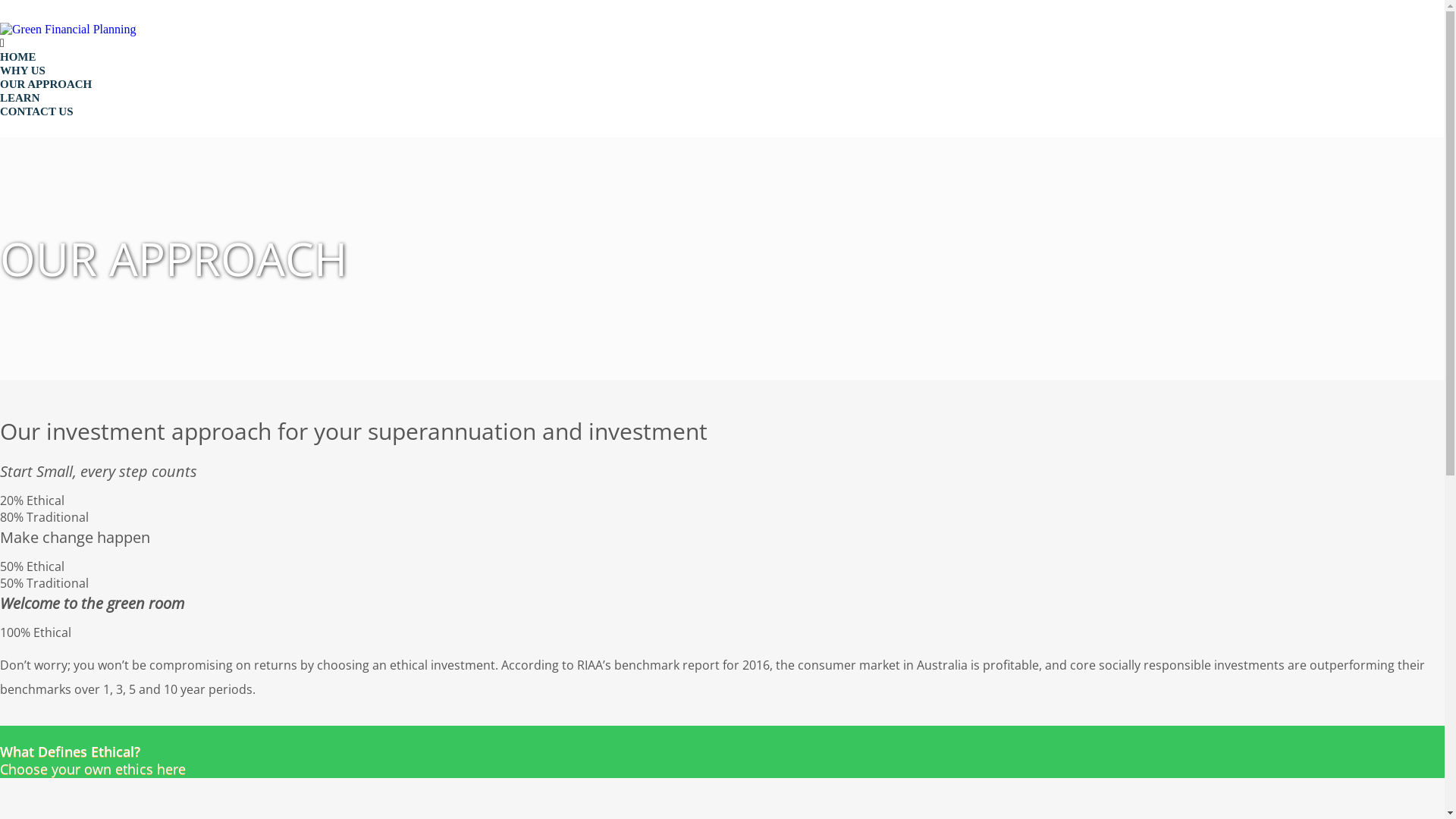 This screenshot has width=1456, height=819. I want to click on 'OUR APPROACH', so click(45, 84).